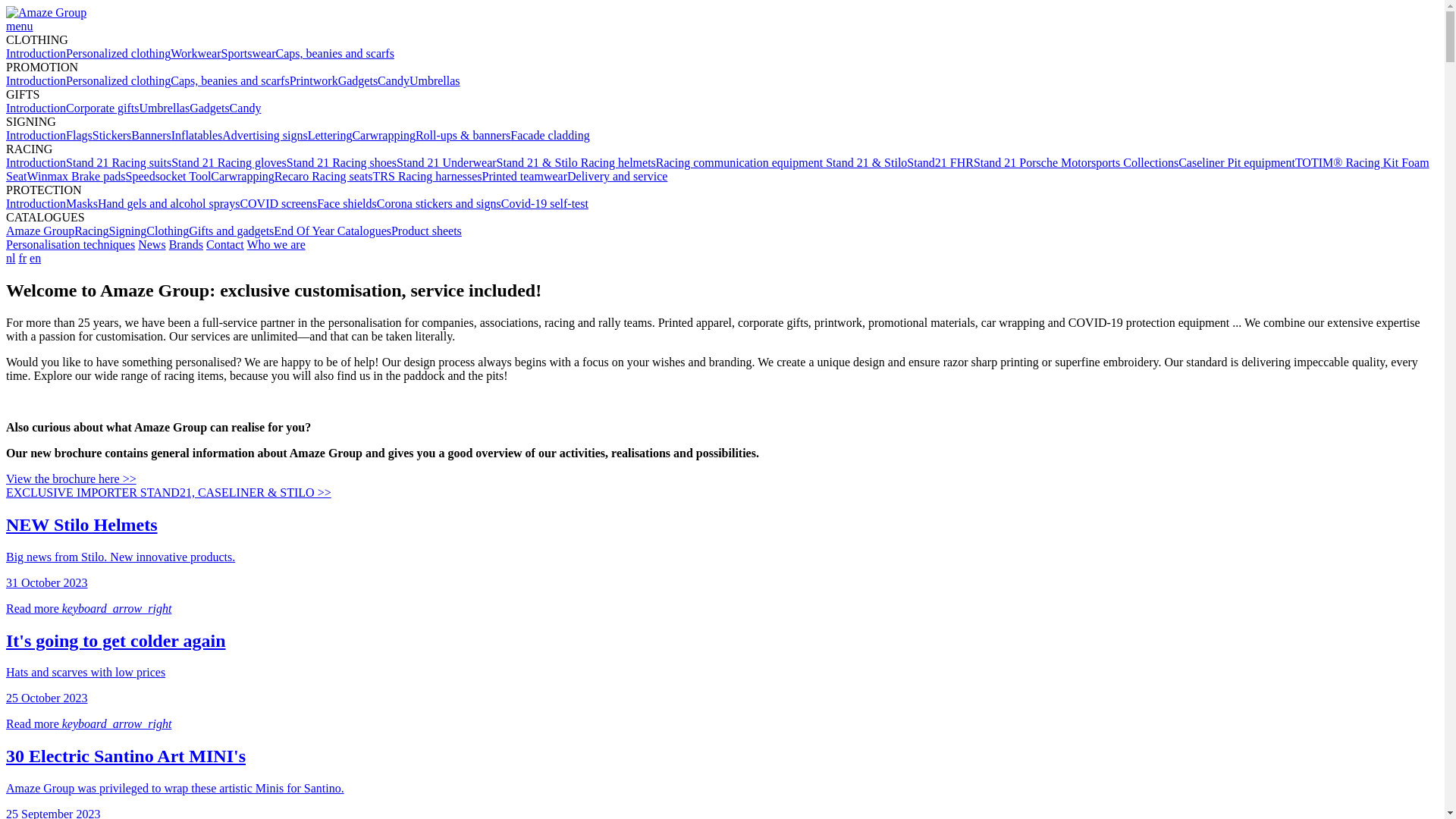 The height and width of the screenshot is (819, 1456). Describe the element at coordinates (438, 202) in the screenshot. I see `'Corona stickers and signs'` at that location.